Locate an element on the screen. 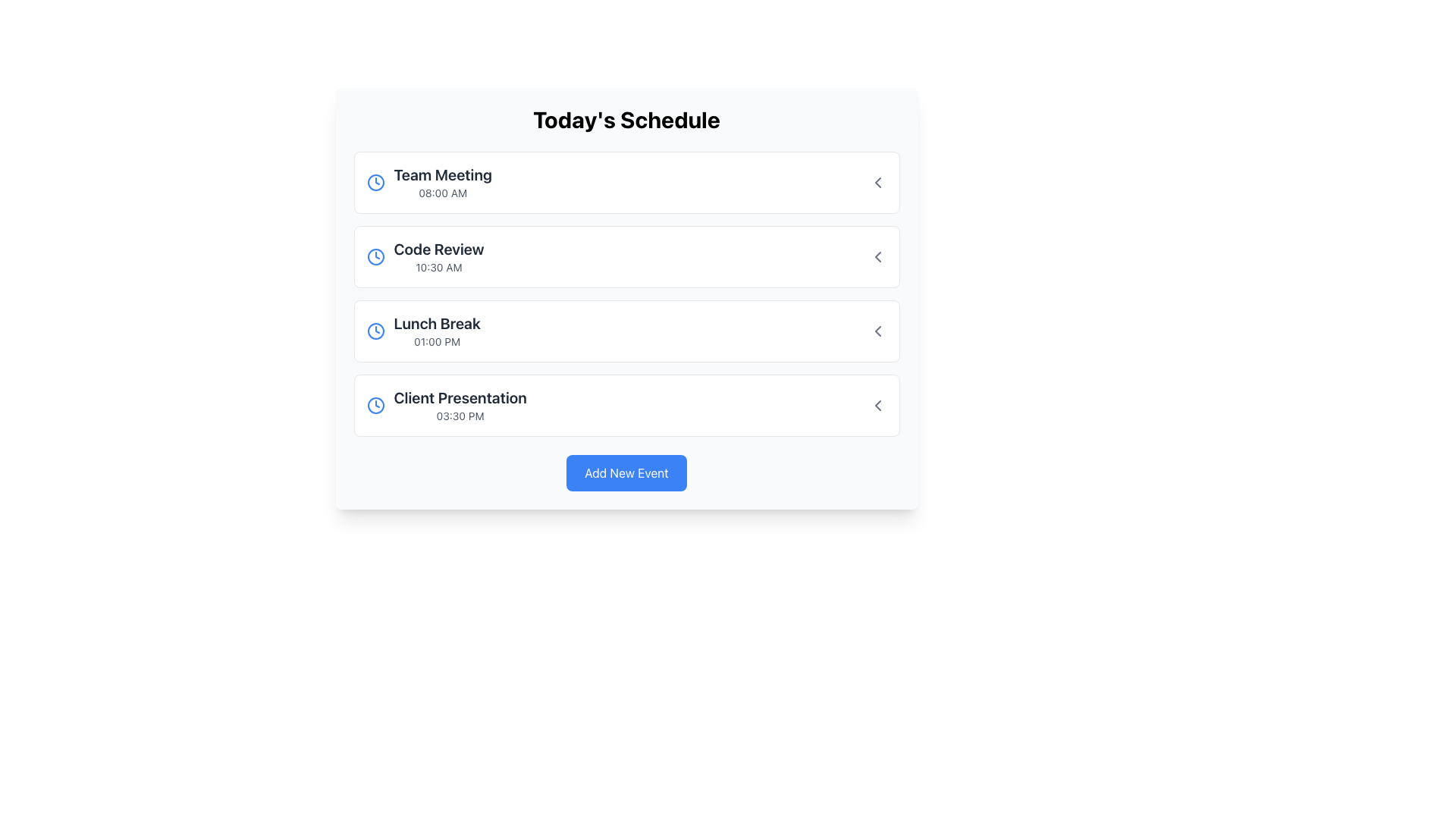 The height and width of the screenshot is (819, 1456). the fourth item in the list of scheduled events under 'Today's Schedule' to interact with the client presentation details is located at coordinates (626, 405).